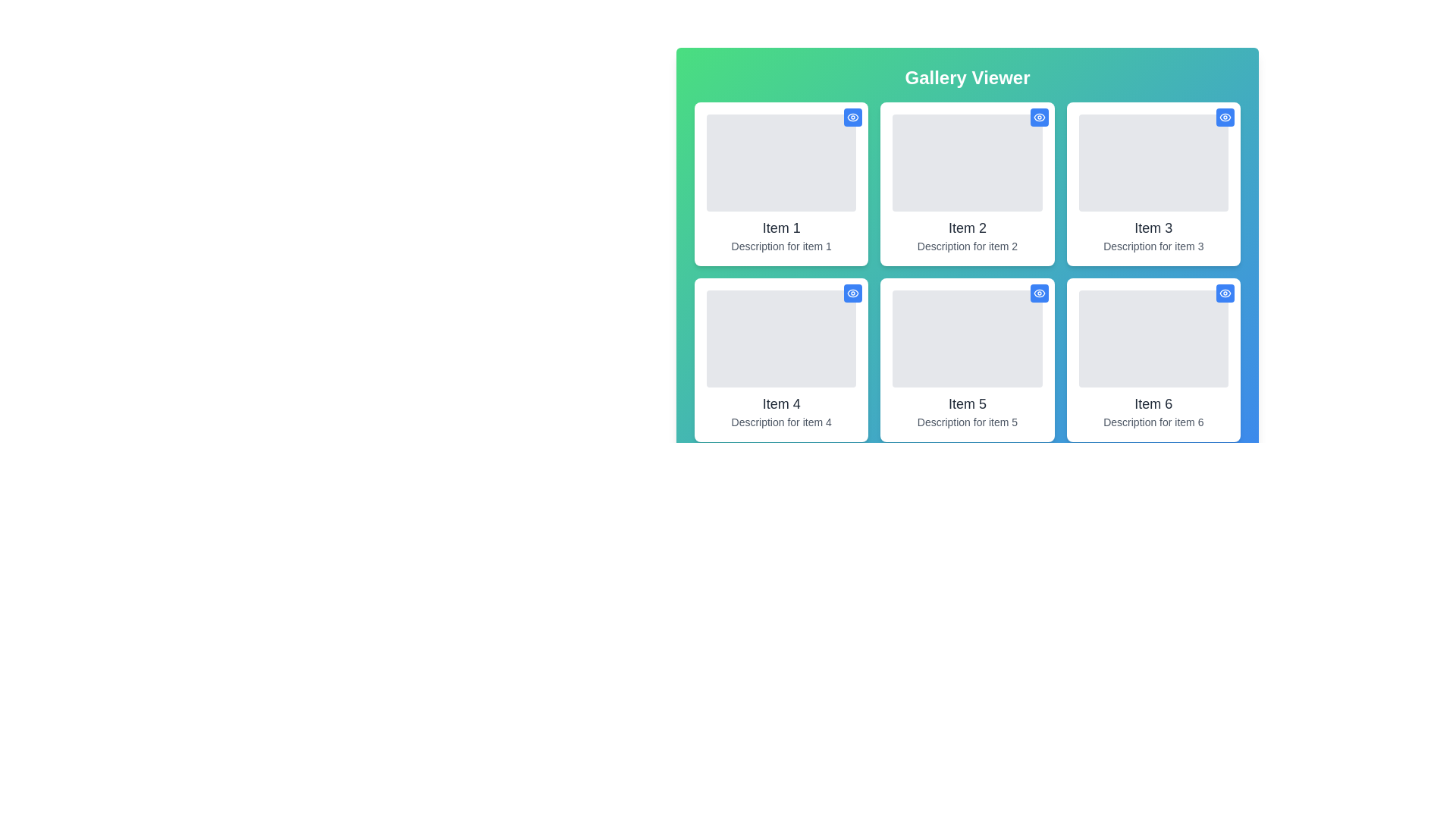 The width and height of the screenshot is (1456, 819). I want to click on the eye-shaped icon with a blue background and white stroke lines located in the top right corner of the tile labeled 'Item 6', so click(1225, 293).